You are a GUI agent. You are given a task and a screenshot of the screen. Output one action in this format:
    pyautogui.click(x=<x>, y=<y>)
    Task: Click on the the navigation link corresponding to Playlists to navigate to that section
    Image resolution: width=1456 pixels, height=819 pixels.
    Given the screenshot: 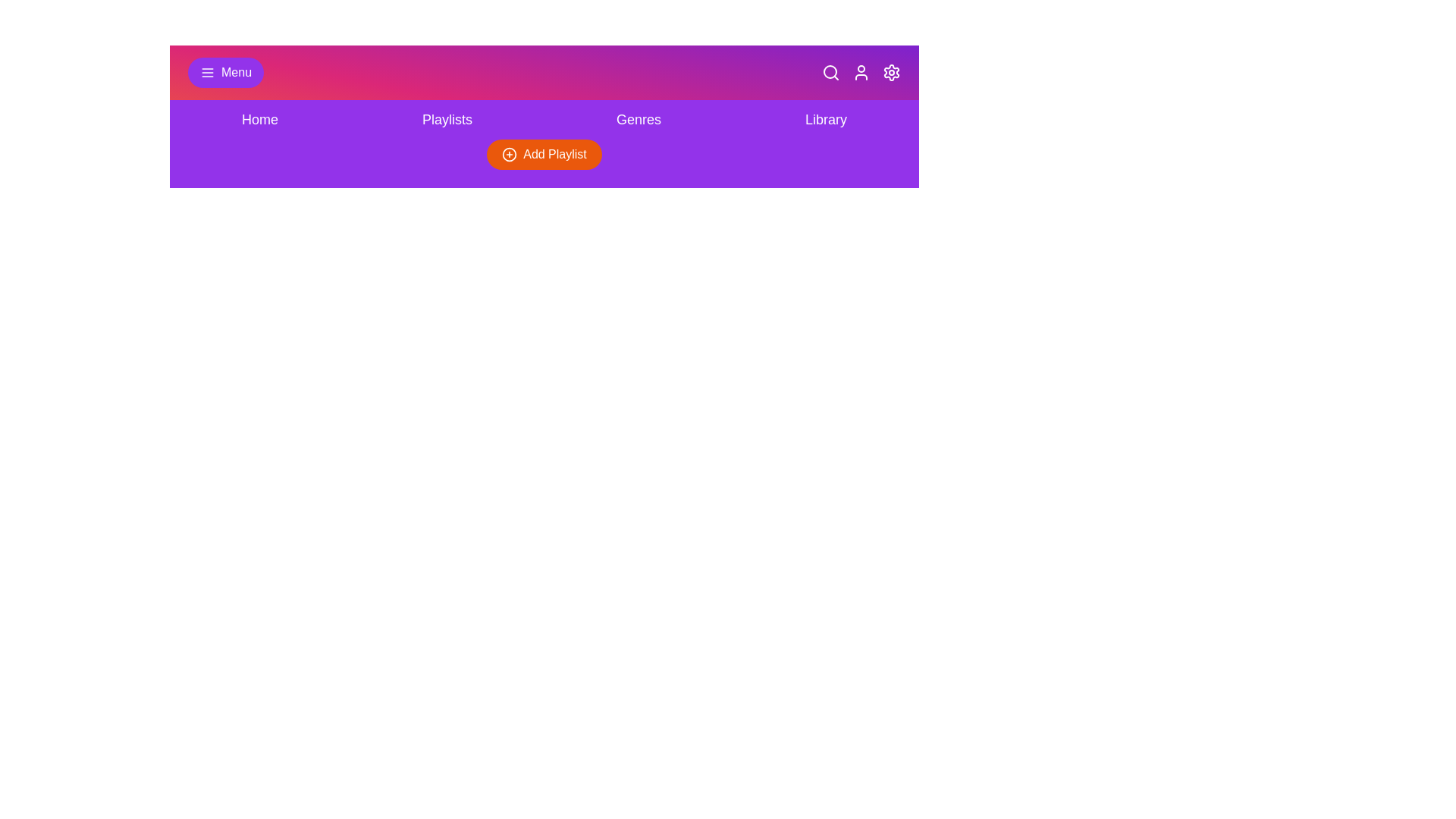 What is the action you would take?
    pyautogui.click(x=447, y=119)
    